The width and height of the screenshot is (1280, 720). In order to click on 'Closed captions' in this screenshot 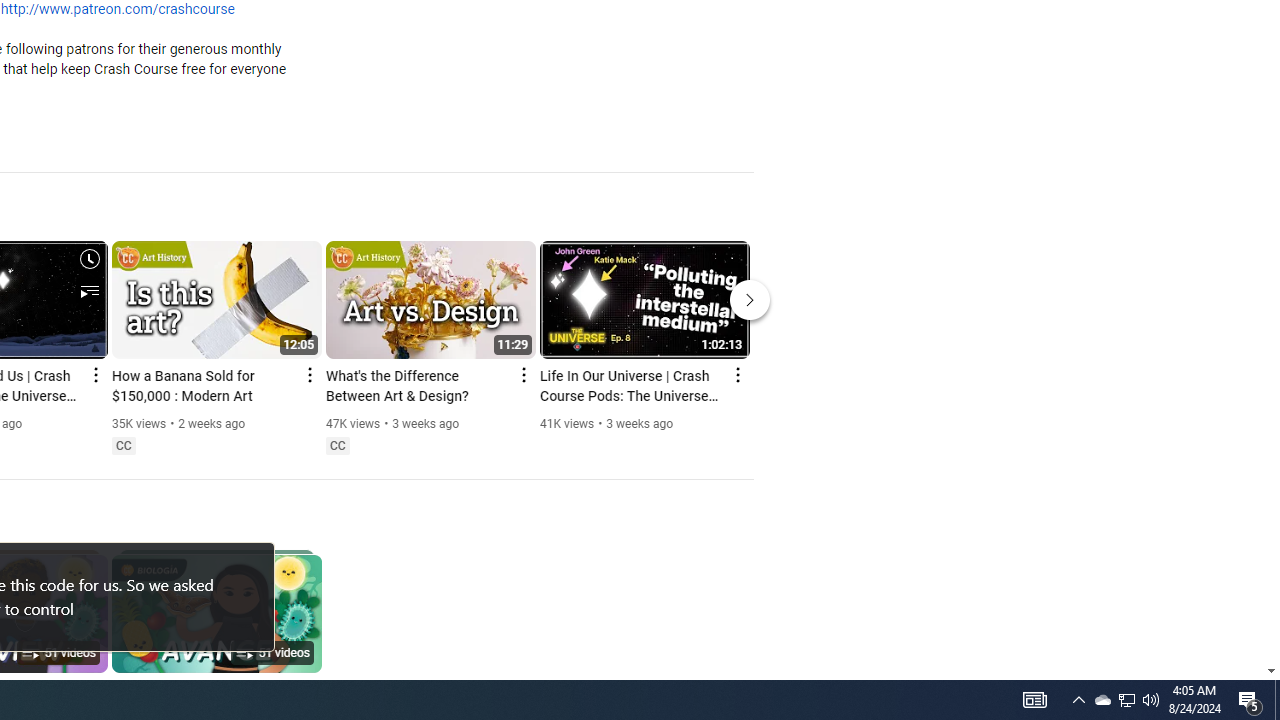, I will do `click(337, 445)`.